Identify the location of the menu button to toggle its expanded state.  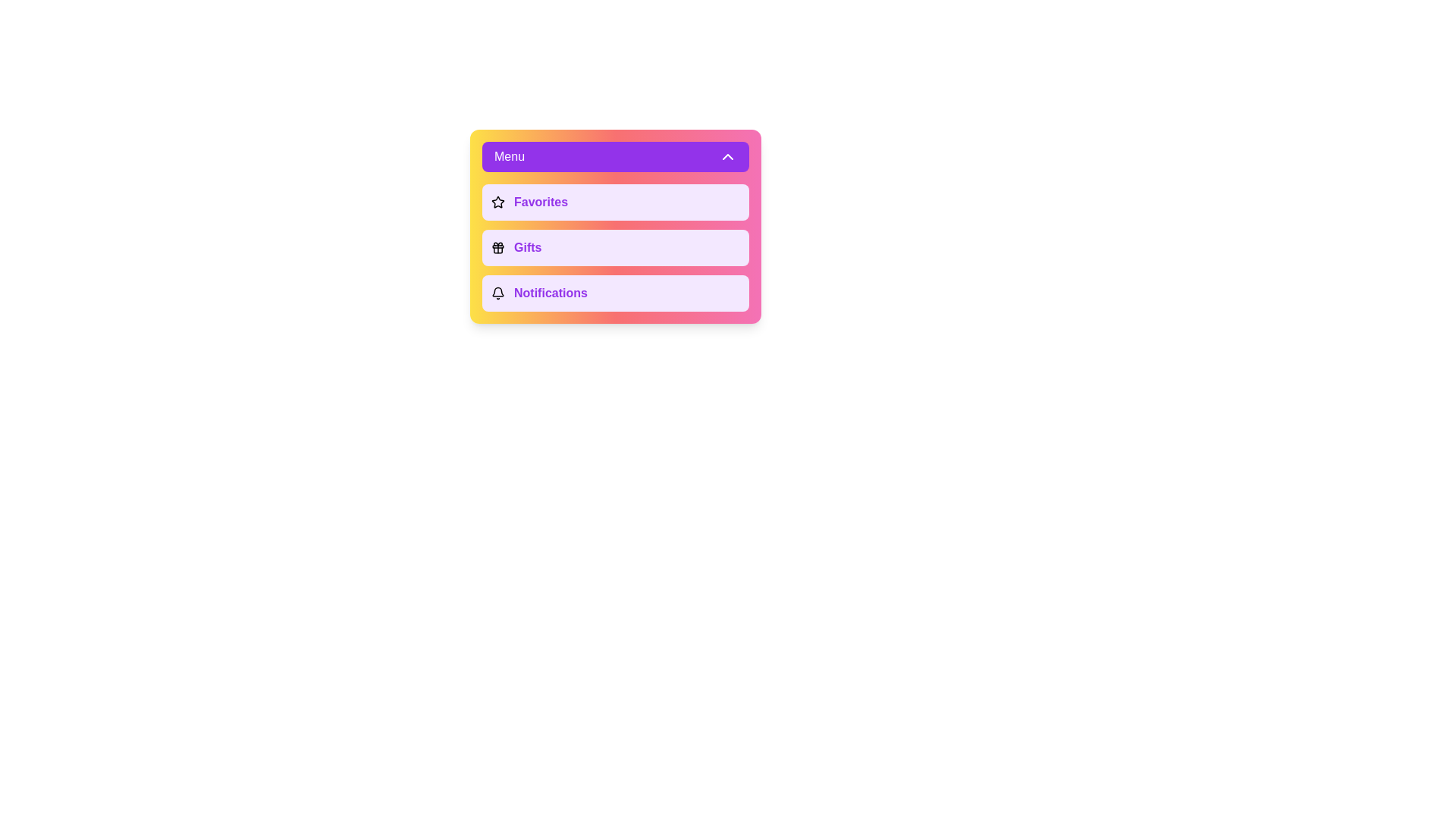
(615, 157).